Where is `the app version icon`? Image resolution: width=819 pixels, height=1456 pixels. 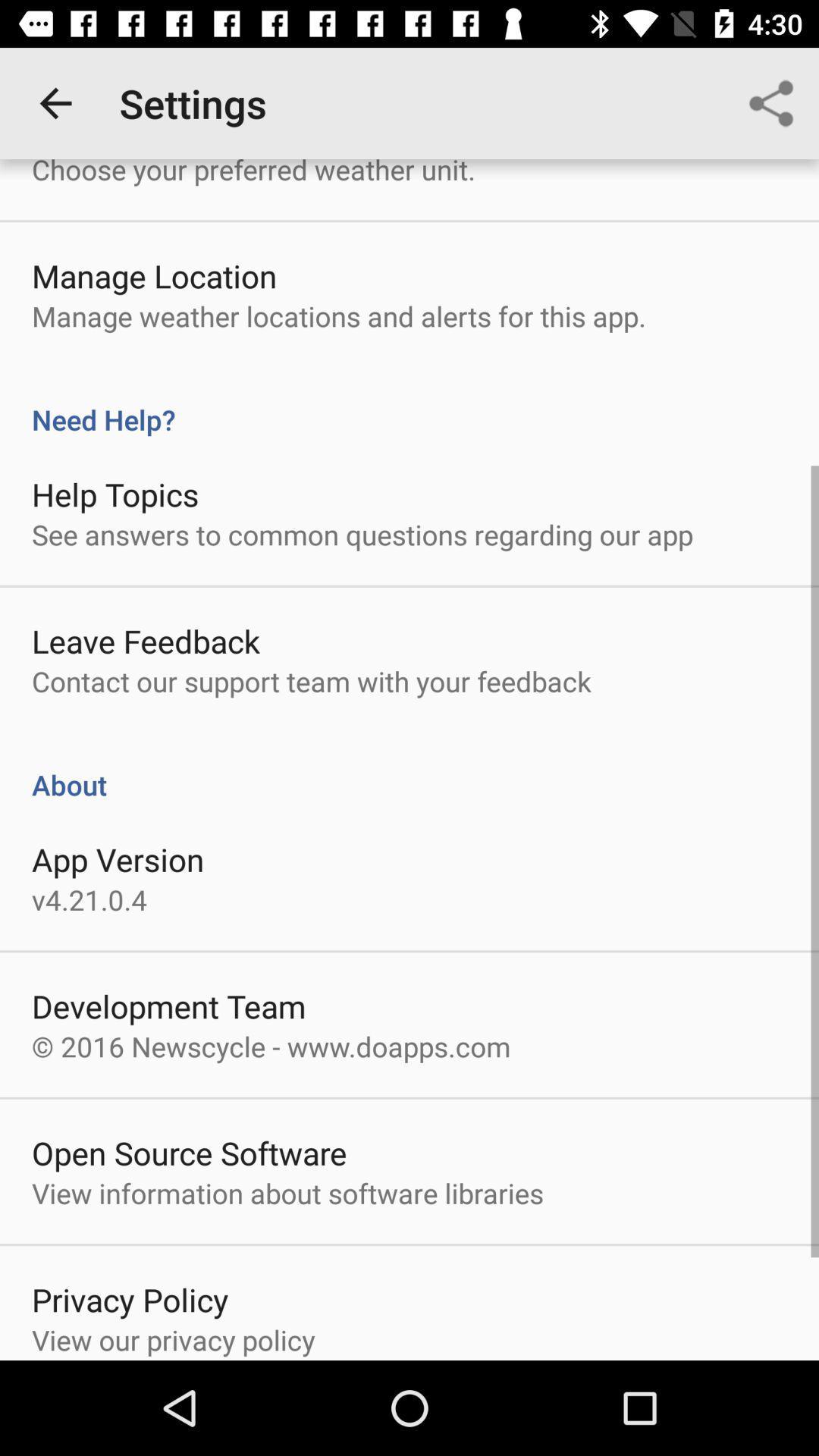 the app version icon is located at coordinates (117, 859).